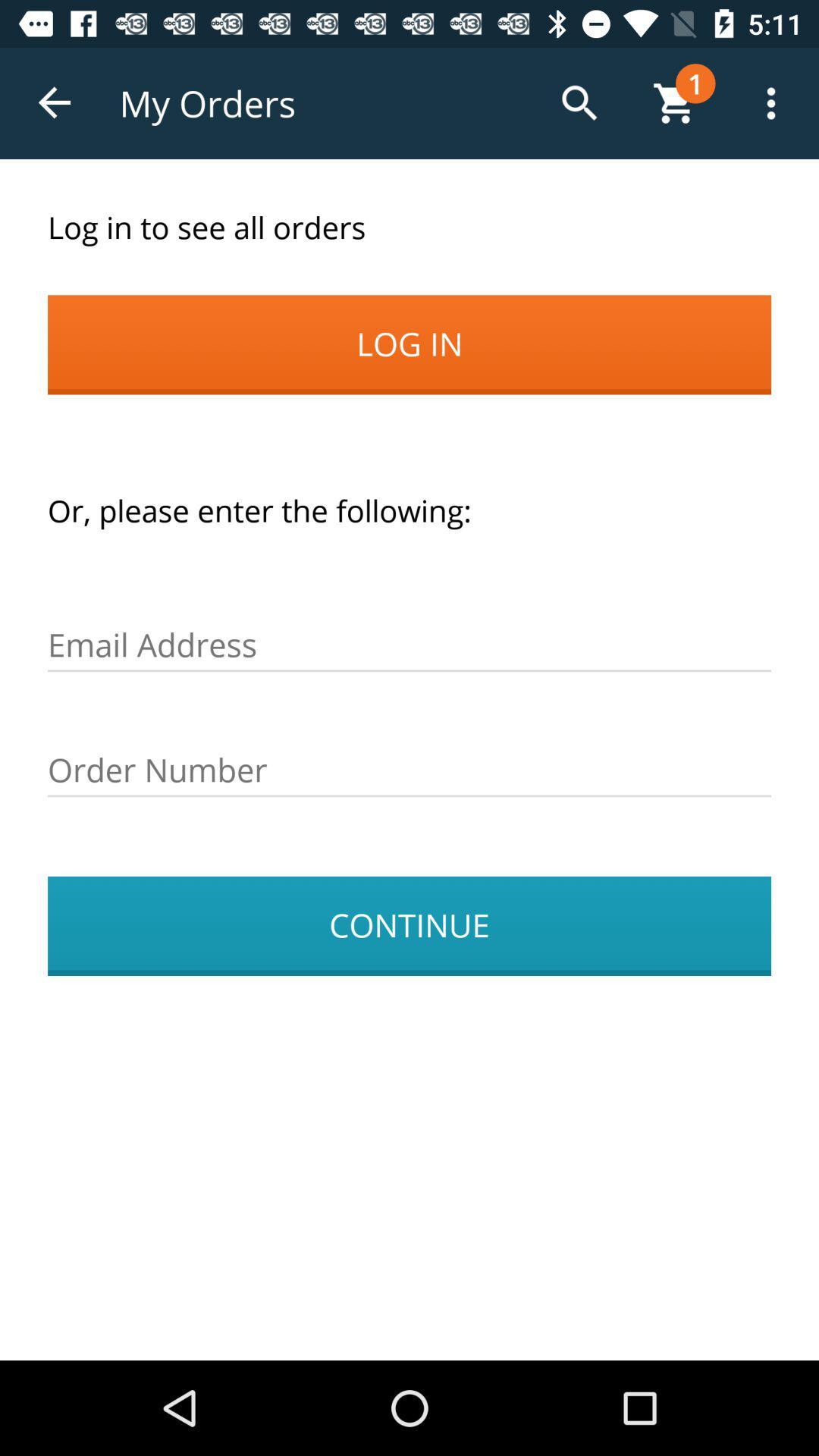  What do you see at coordinates (55, 102) in the screenshot?
I see `the item to the left of my orders app` at bounding box center [55, 102].